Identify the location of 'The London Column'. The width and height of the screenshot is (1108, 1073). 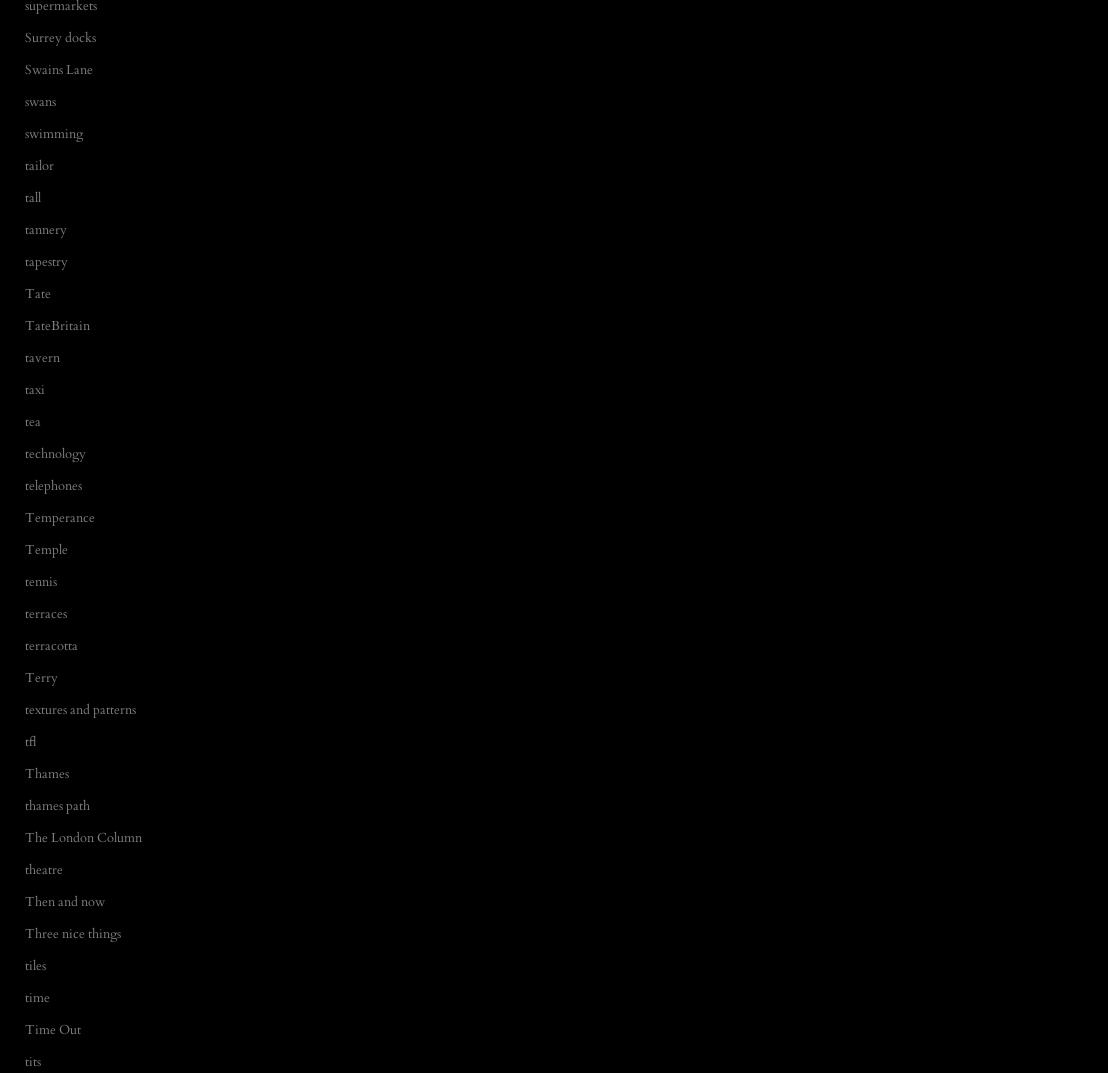
(82, 836).